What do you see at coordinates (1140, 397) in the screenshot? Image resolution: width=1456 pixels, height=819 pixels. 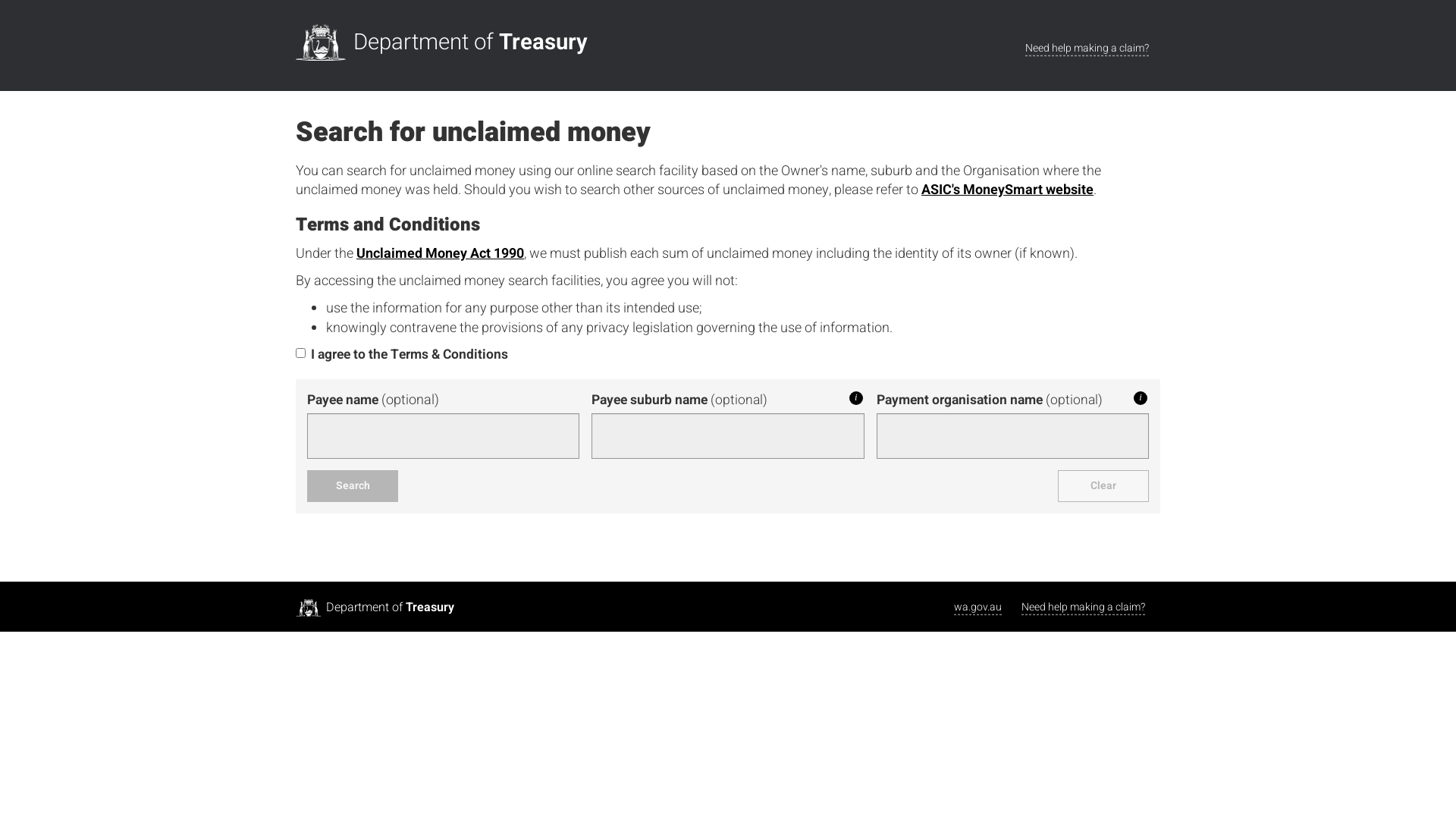 I see `'Help'` at bounding box center [1140, 397].